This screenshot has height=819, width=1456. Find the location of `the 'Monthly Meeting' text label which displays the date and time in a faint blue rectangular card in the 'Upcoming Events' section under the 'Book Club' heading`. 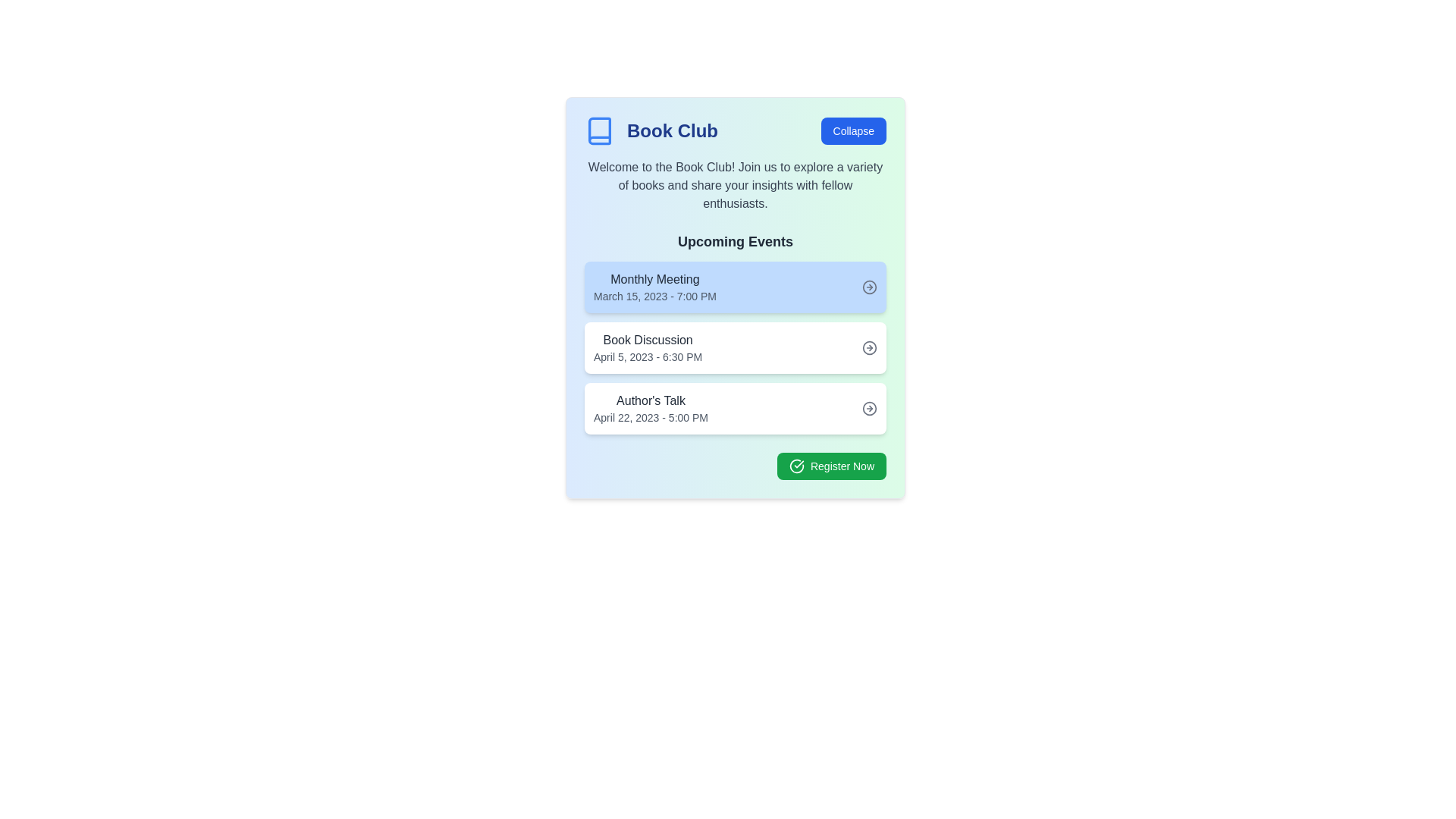

the 'Monthly Meeting' text label which displays the date and time in a faint blue rectangular card in the 'Upcoming Events' section under the 'Book Club' heading is located at coordinates (655, 287).